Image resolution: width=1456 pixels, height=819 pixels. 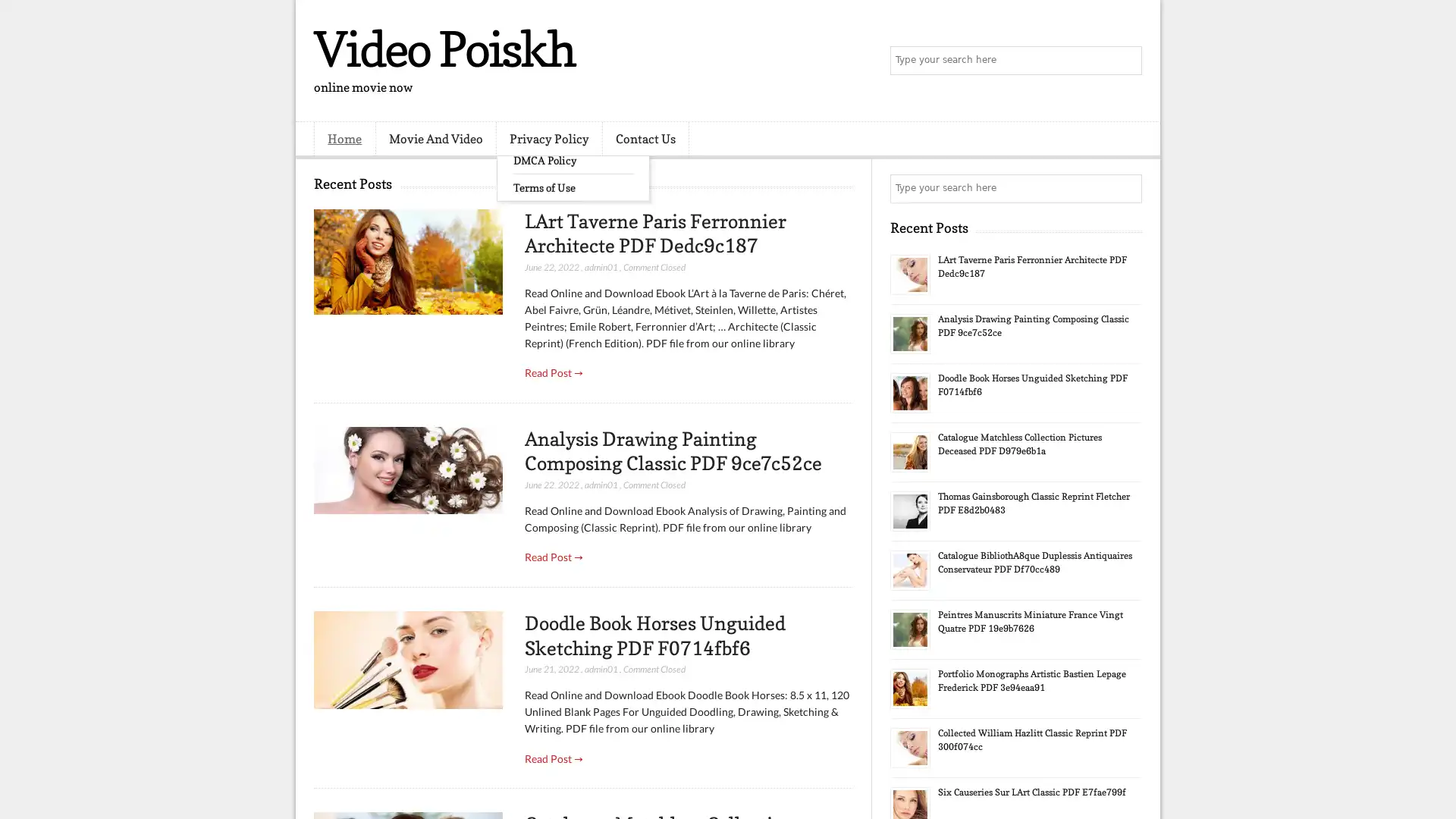 I want to click on Search, so click(x=1126, y=61).